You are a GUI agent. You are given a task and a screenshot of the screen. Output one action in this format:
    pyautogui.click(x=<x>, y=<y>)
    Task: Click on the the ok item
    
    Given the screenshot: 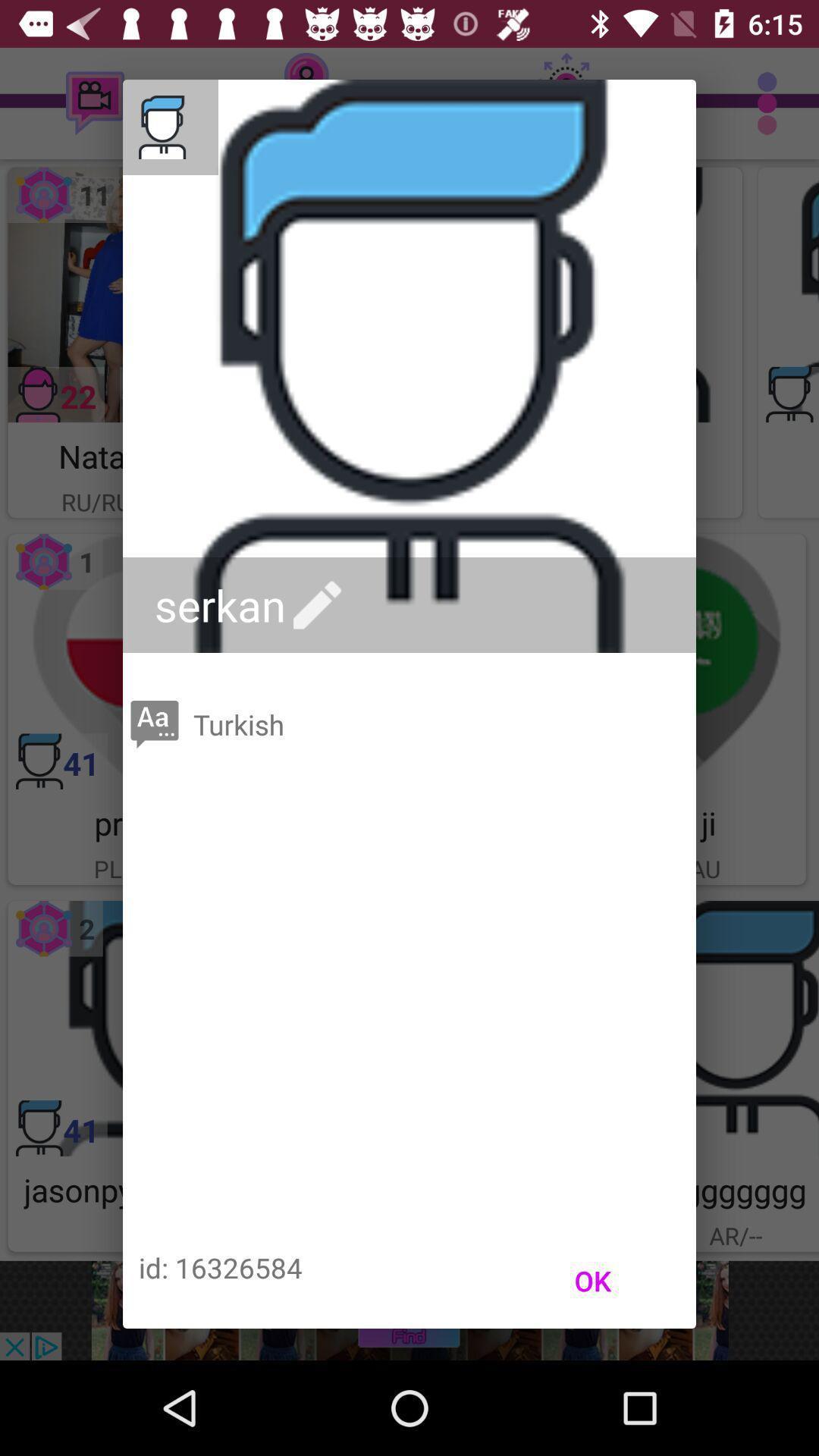 What is the action you would take?
    pyautogui.click(x=591, y=1280)
    